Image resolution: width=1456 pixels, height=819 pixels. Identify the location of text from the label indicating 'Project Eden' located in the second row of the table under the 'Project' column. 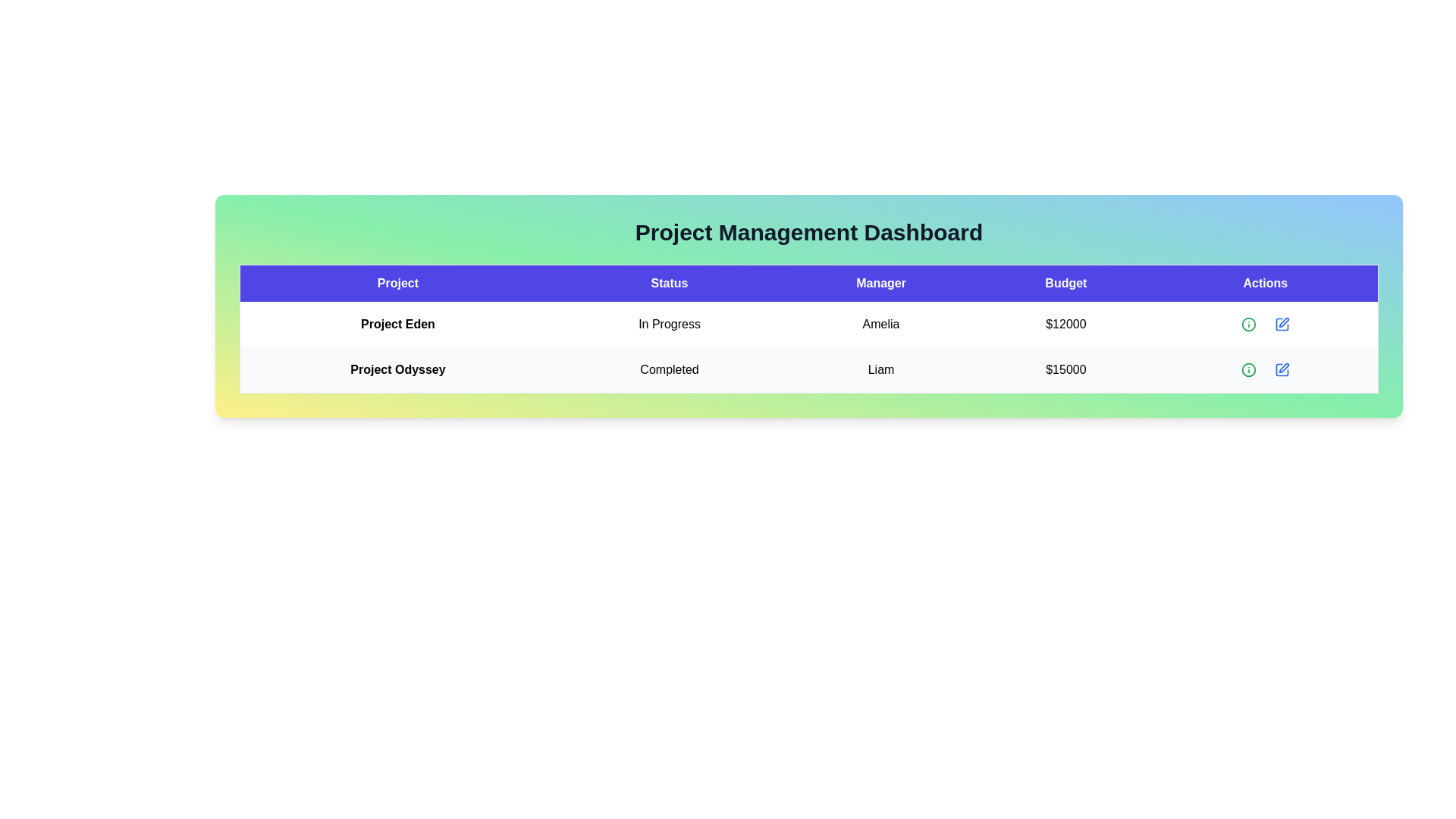
(397, 324).